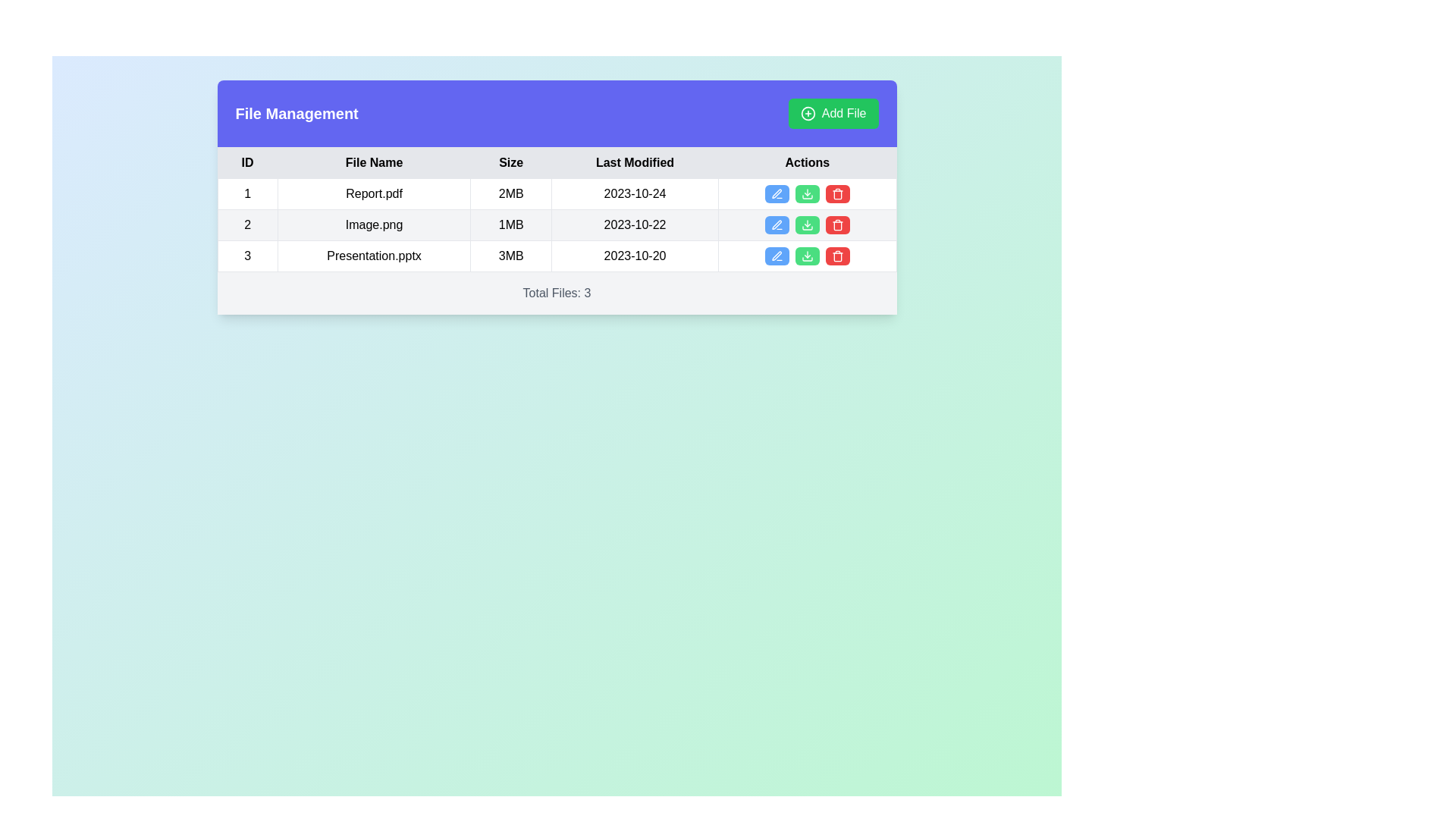  Describe the element at coordinates (511, 193) in the screenshot. I see `the non-interactive text display that shows the file size for 'Report.pdf' in the 'Size' column of the table` at that location.